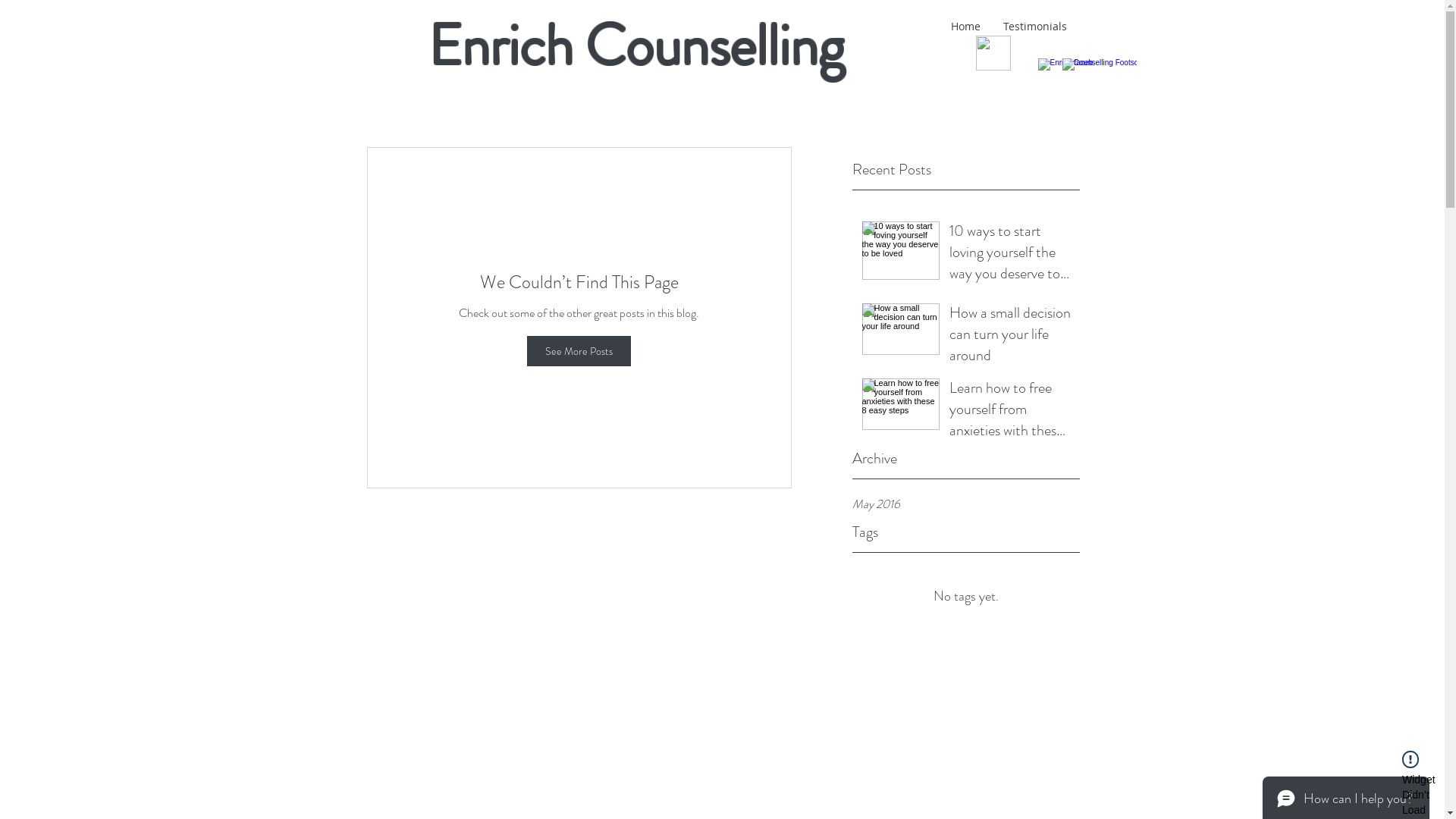 This screenshot has height=819, width=1456. What do you see at coordinates (965, 504) in the screenshot?
I see `'May 2016'` at bounding box center [965, 504].